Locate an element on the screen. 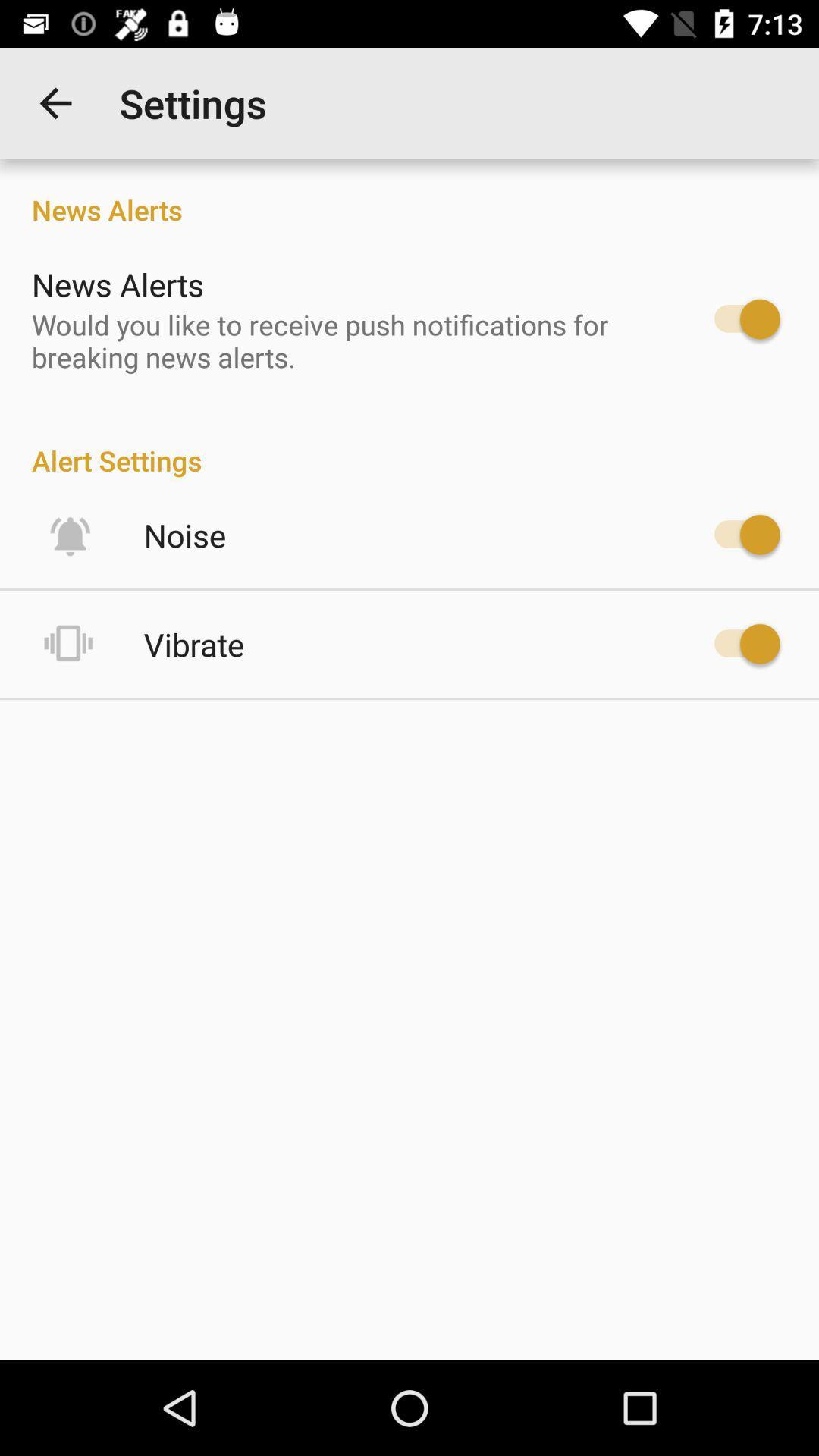 The width and height of the screenshot is (819, 1456). the would you like item is located at coordinates (346, 340).